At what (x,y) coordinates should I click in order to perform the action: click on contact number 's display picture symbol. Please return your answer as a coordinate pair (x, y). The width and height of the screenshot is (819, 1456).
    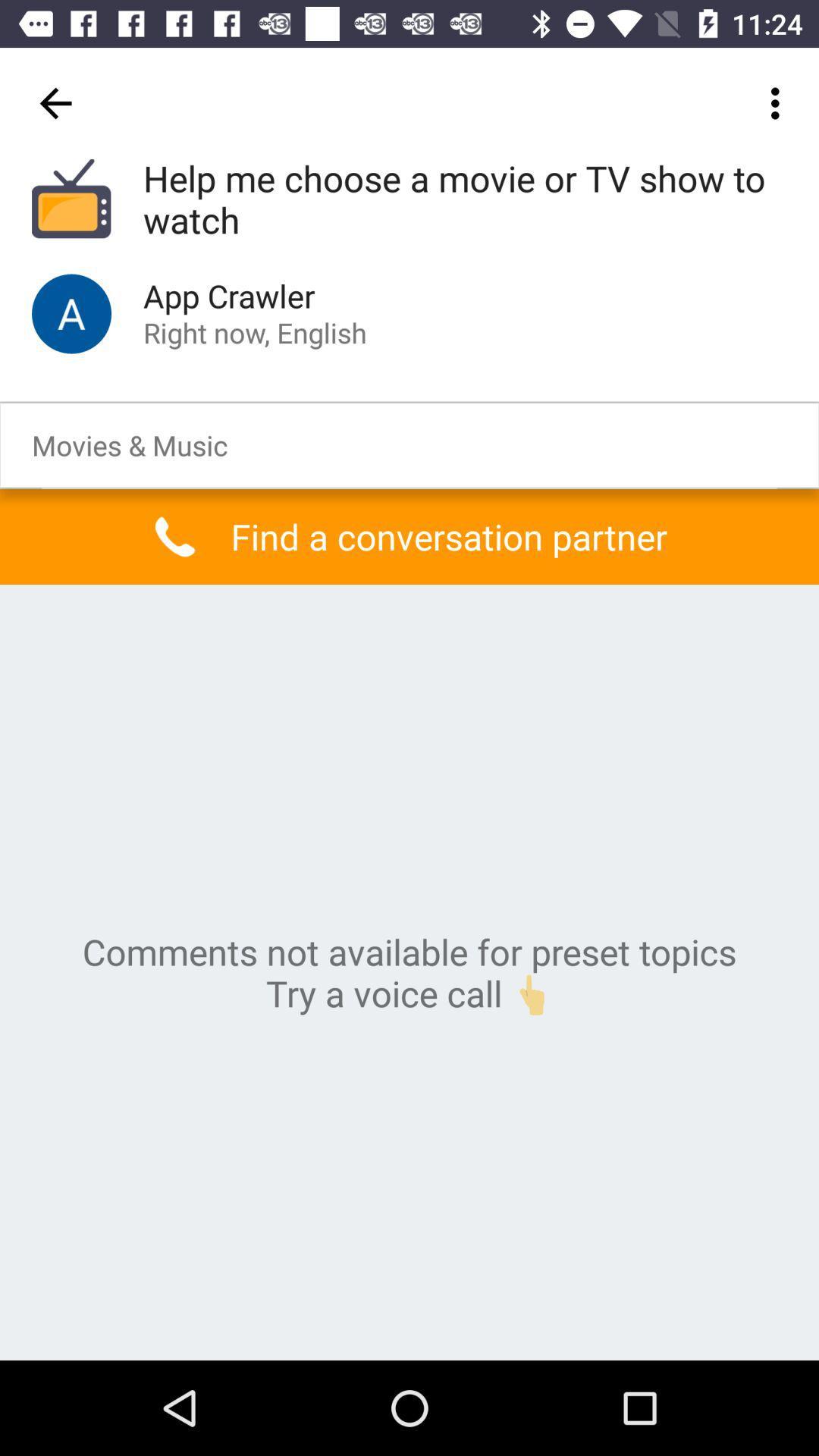
    Looking at the image, I should click on (71, 312).